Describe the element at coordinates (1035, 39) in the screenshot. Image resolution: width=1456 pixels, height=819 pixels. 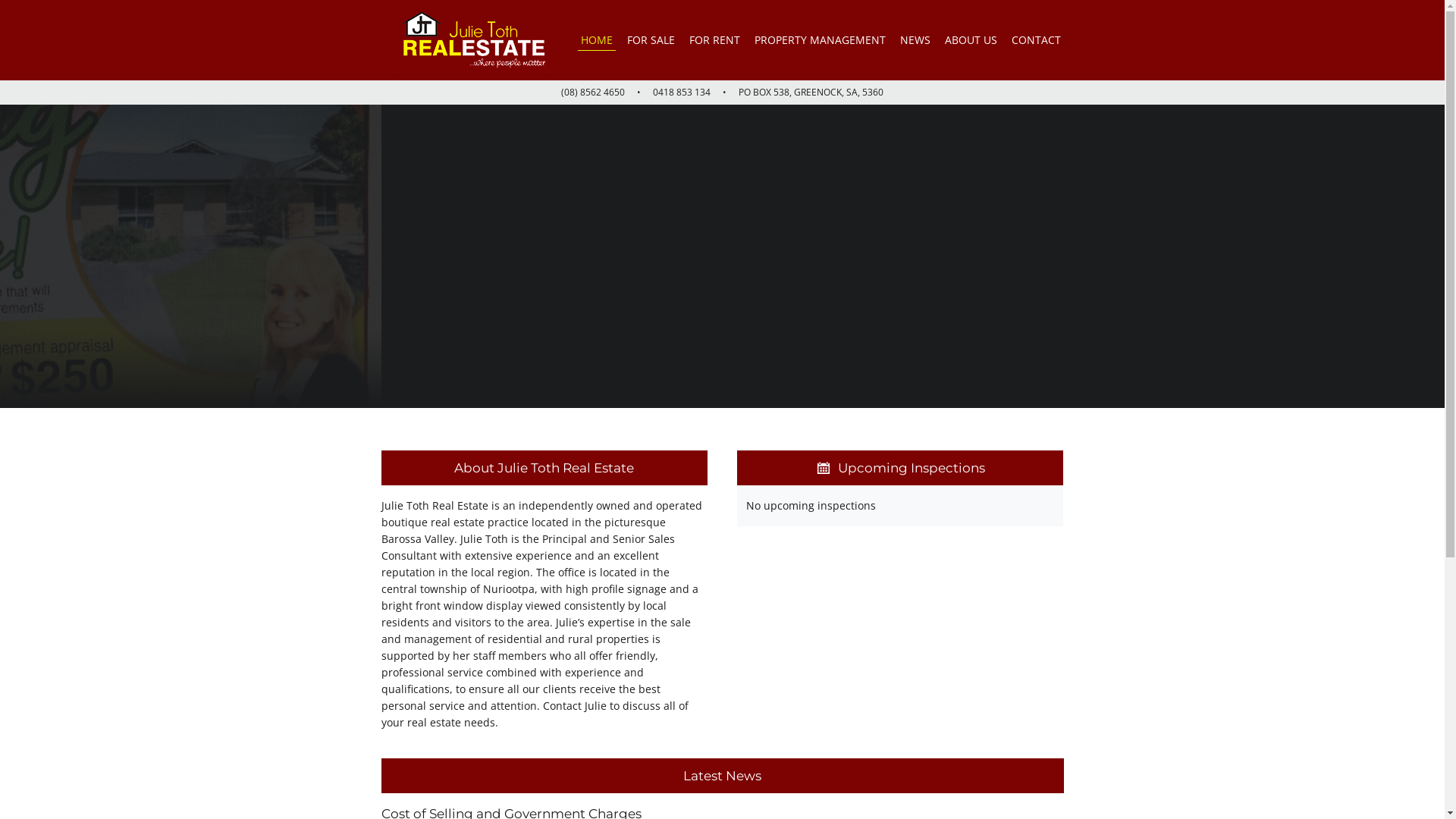
I see `'CONTACT'` at that location.